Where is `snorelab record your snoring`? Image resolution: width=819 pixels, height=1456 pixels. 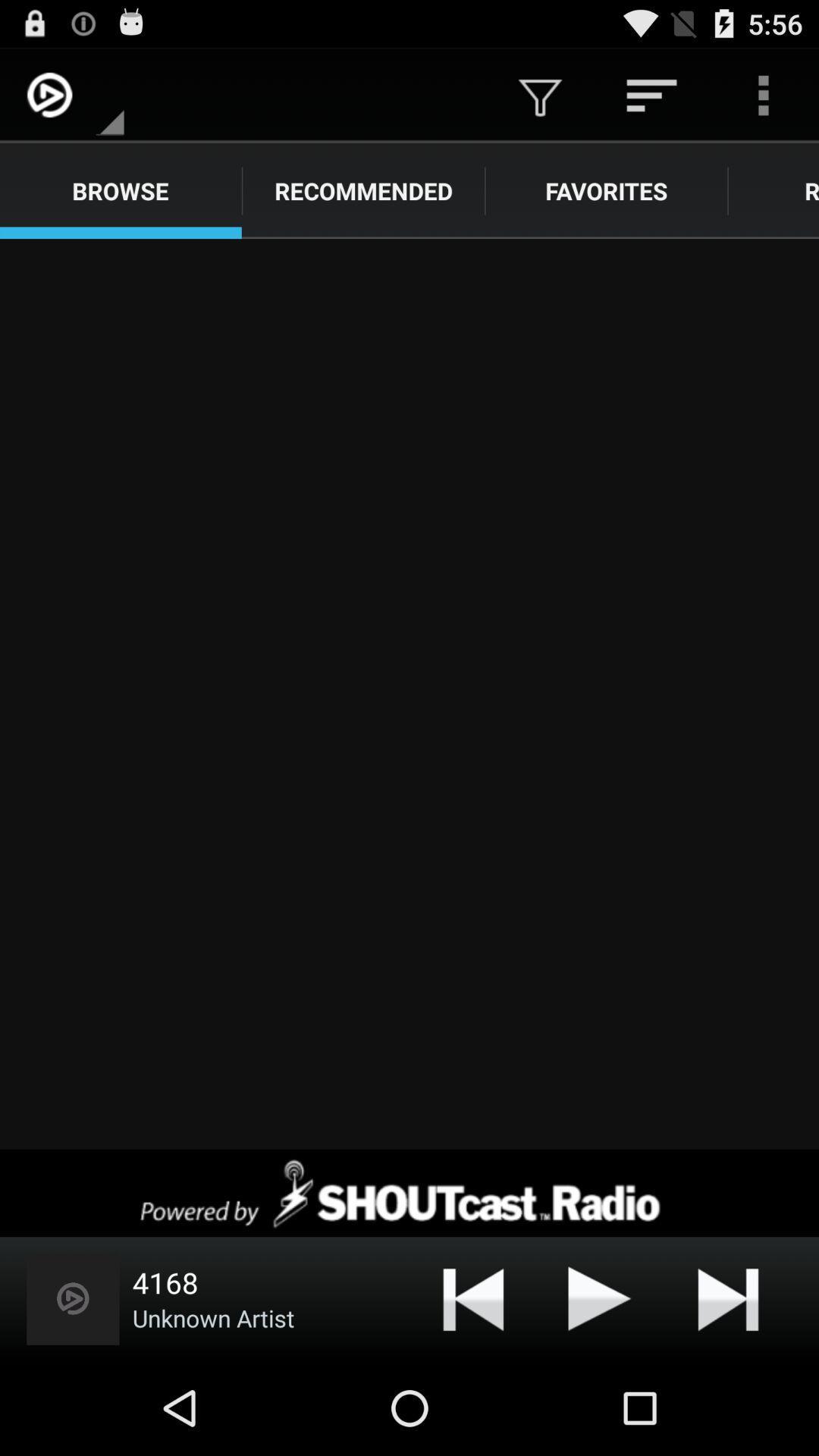
snorelab record your snoring is located at coordinates (409, 693).